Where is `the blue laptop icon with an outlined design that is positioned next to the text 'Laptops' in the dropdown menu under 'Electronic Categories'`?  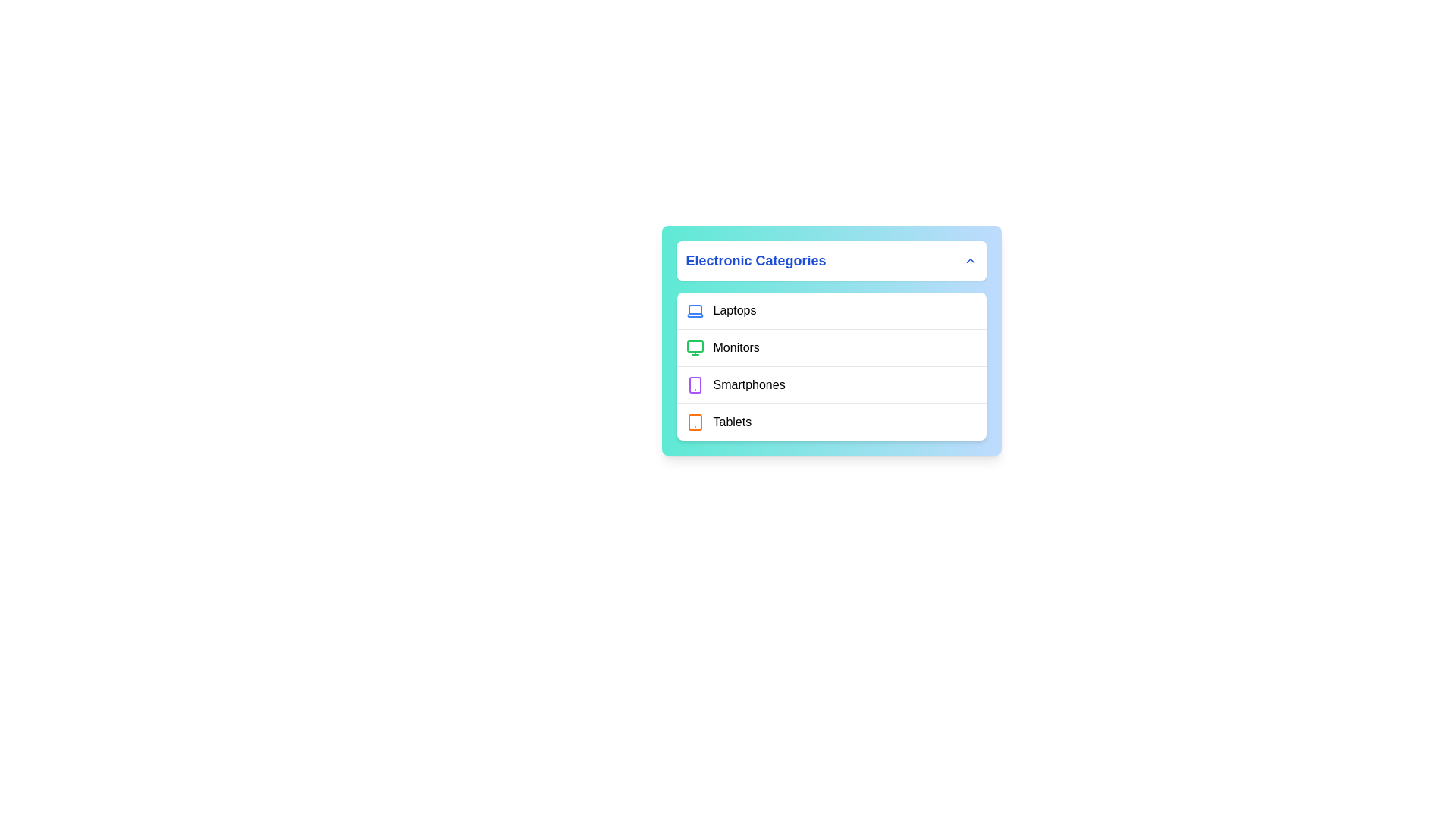
the blue laptop icon with an outlined design that is positioned next to the text 'Laptops' in the dropdown menu under 'Electronic Categories' is located at coordinates (694, 309).